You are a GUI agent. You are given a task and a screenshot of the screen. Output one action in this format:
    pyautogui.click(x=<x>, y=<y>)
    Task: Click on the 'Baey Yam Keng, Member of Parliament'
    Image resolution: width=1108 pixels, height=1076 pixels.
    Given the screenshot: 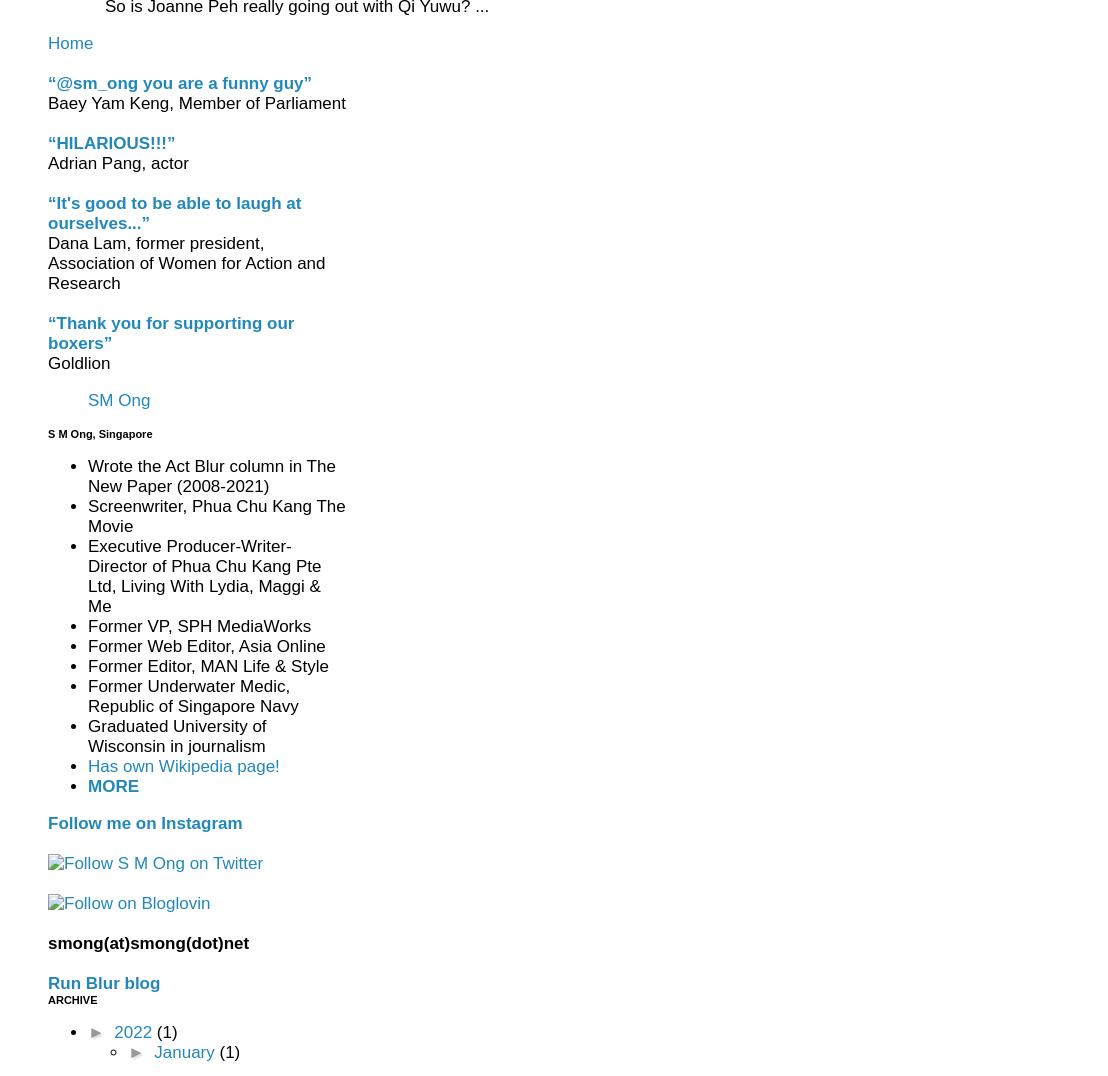 What is the action you would take?
    pyautogui.click(x=196, y=102)
    